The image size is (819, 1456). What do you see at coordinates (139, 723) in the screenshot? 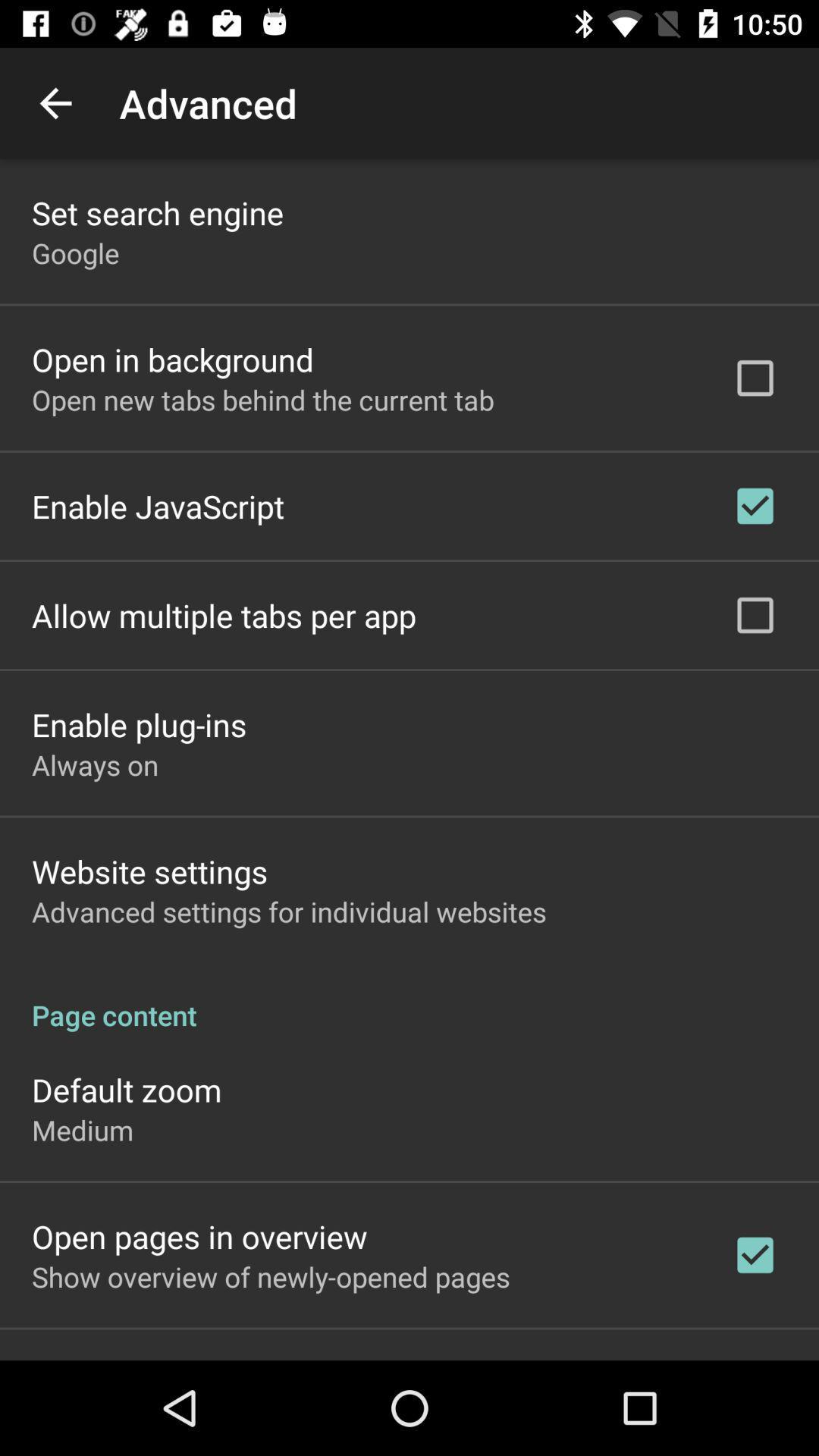
I see `app above the always on app` at bounding box center [139, 723].